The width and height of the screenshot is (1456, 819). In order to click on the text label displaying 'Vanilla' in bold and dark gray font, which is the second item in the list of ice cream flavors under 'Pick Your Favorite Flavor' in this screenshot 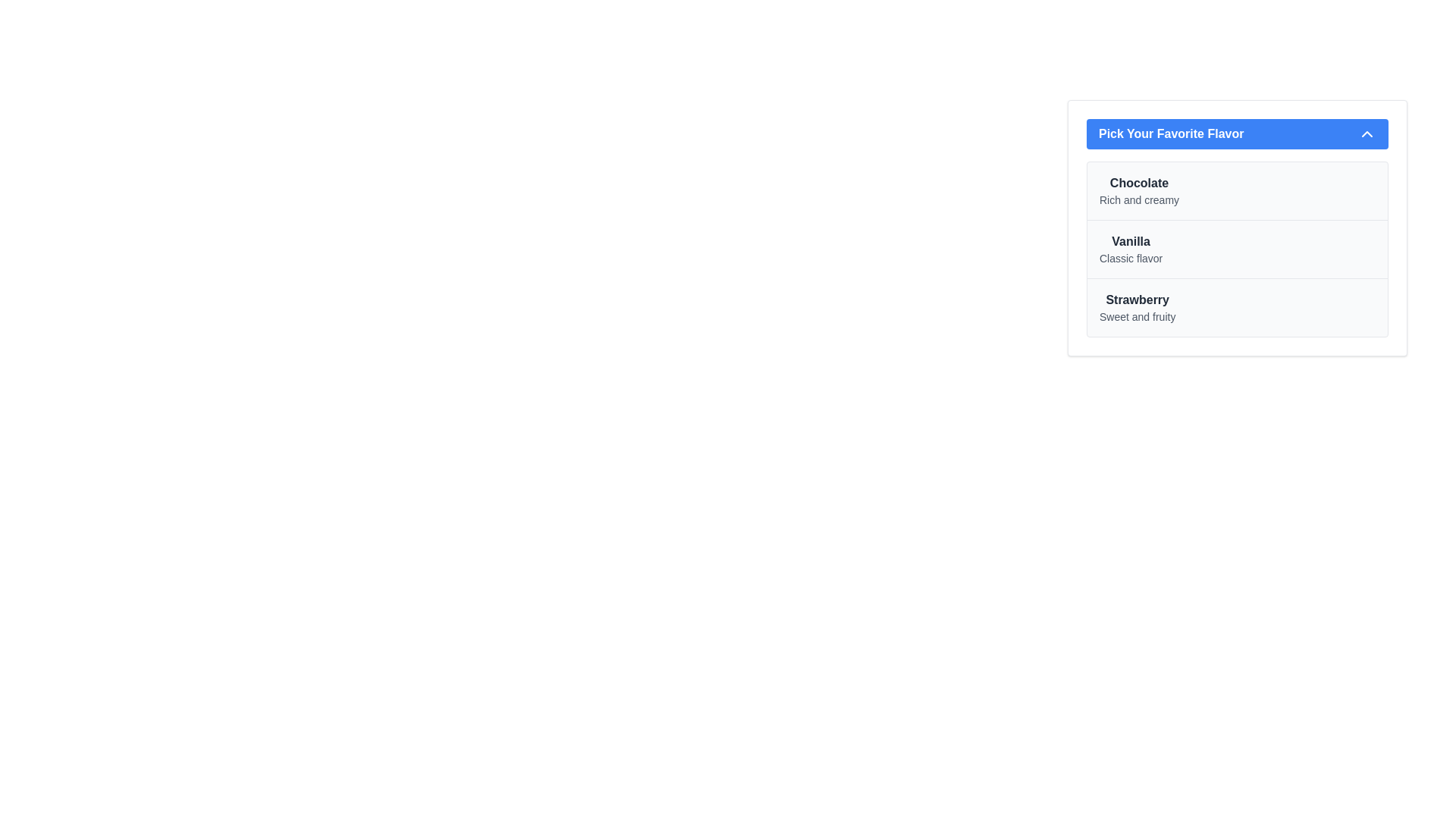, I will do `click(1131, 241)`.